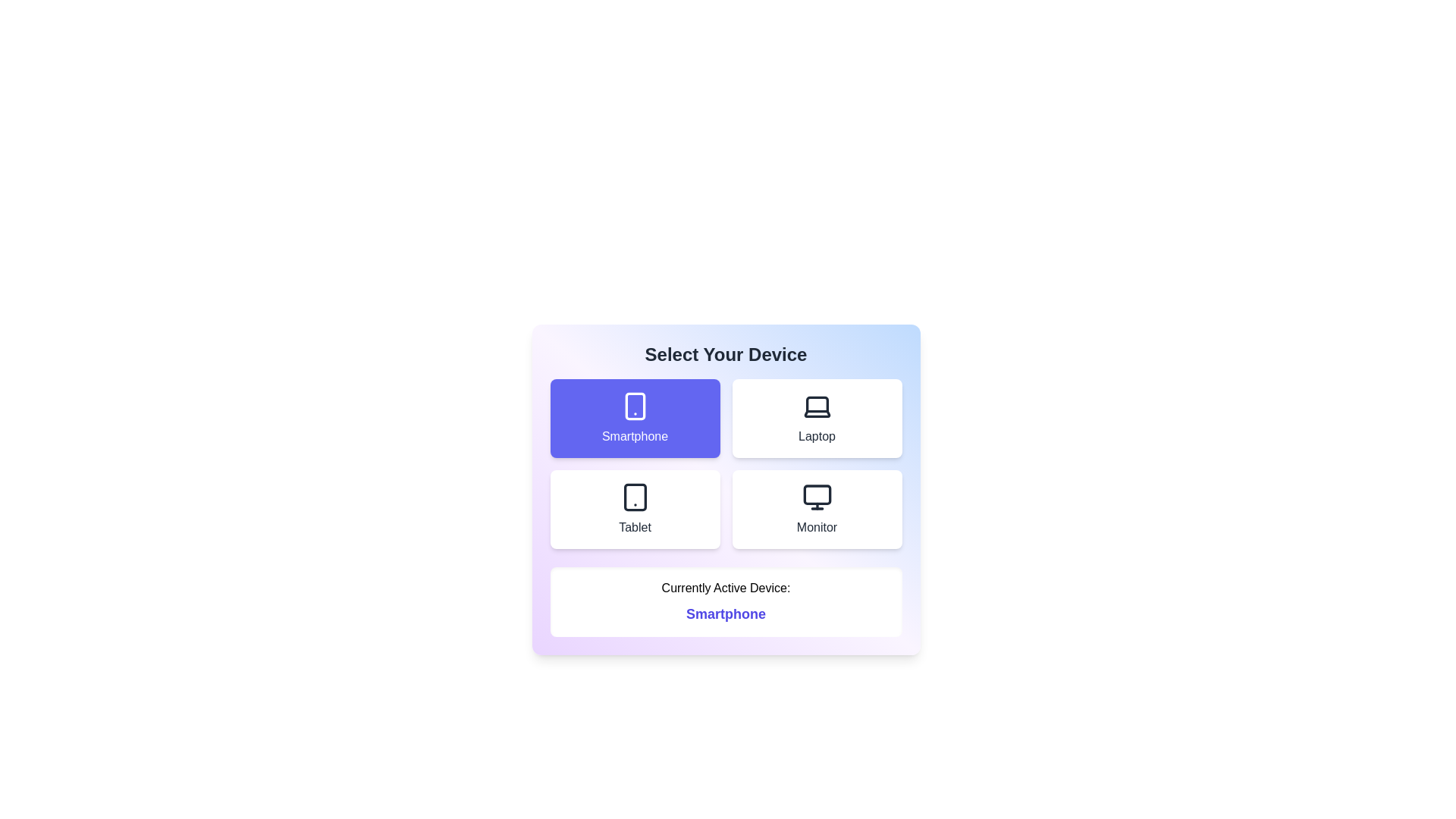 The height and width of the screenshot is (819, 1456). Describe the element at coordinates (816, 509) in the screenshot. I see `the device Monitor from the options` at that location.